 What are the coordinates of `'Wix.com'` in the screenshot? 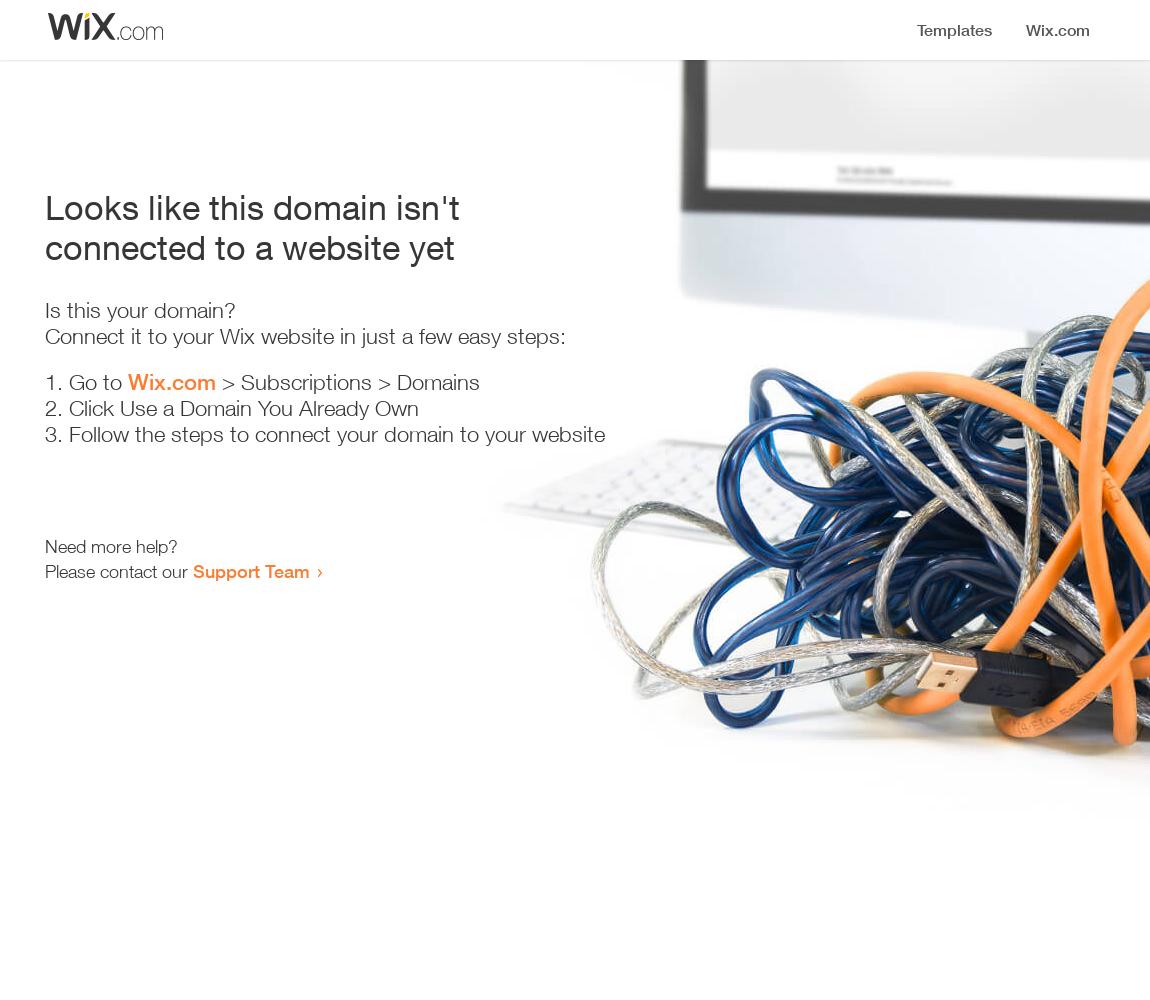 It's located at (171, 382).